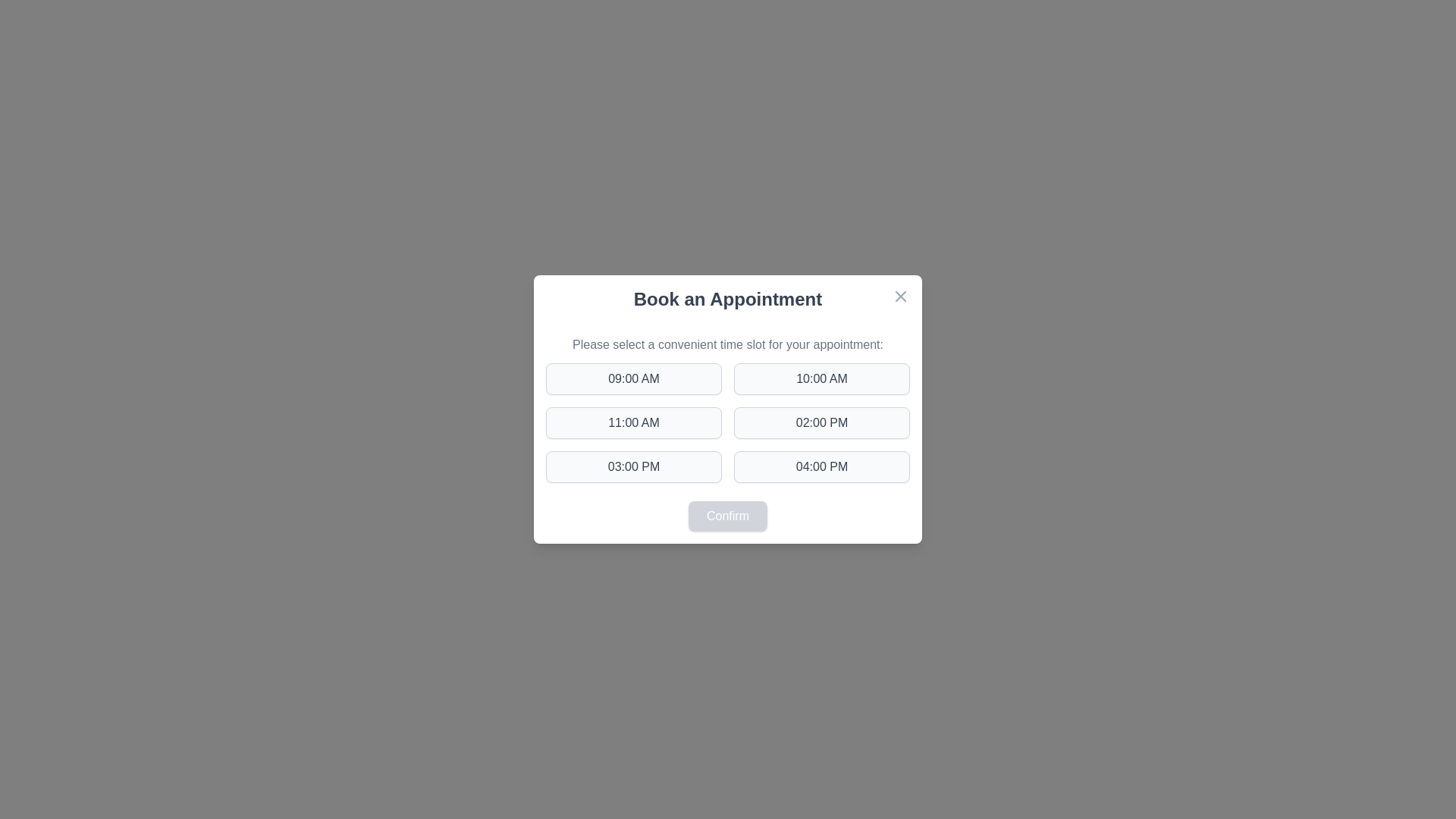 The image size is (1456, 819). Describe the element at coordinates (633, 466) in the screenshot. I see `the time slot button labeled 03:00 PM` at that location.